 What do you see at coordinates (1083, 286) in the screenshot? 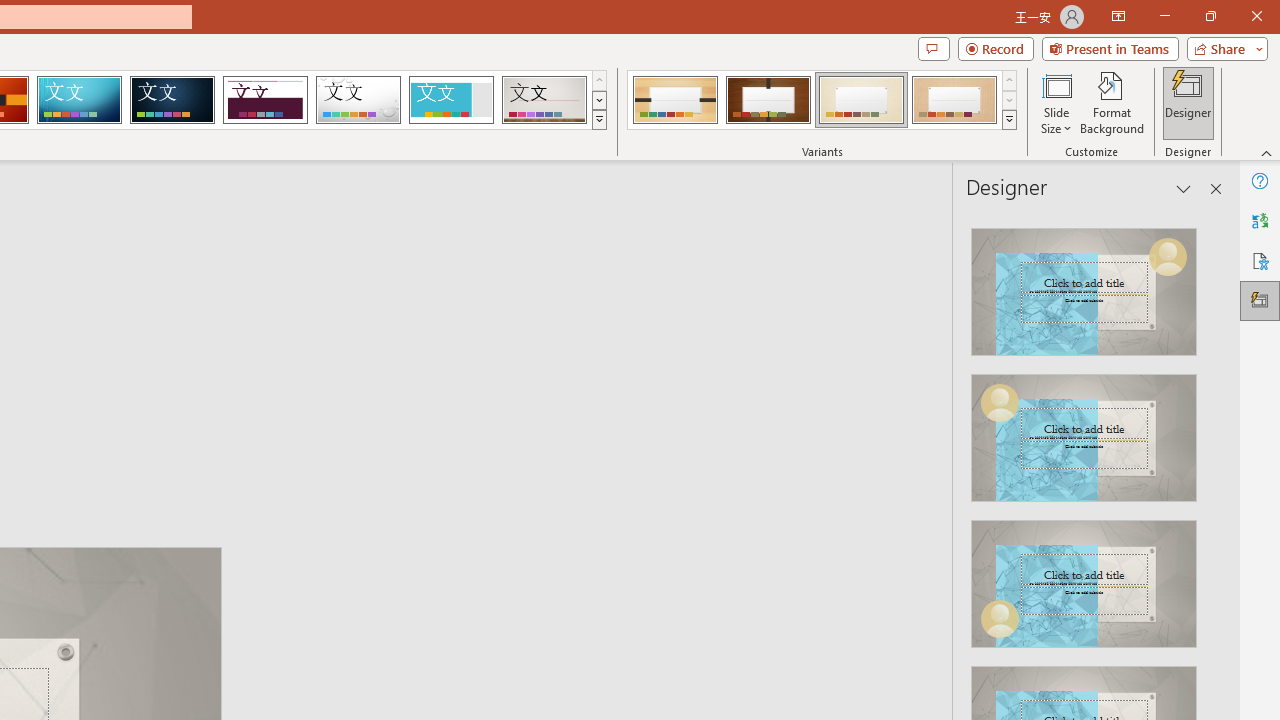
I see `'Recommended Design: Design Idea'` at bounding box center [1083, 286].